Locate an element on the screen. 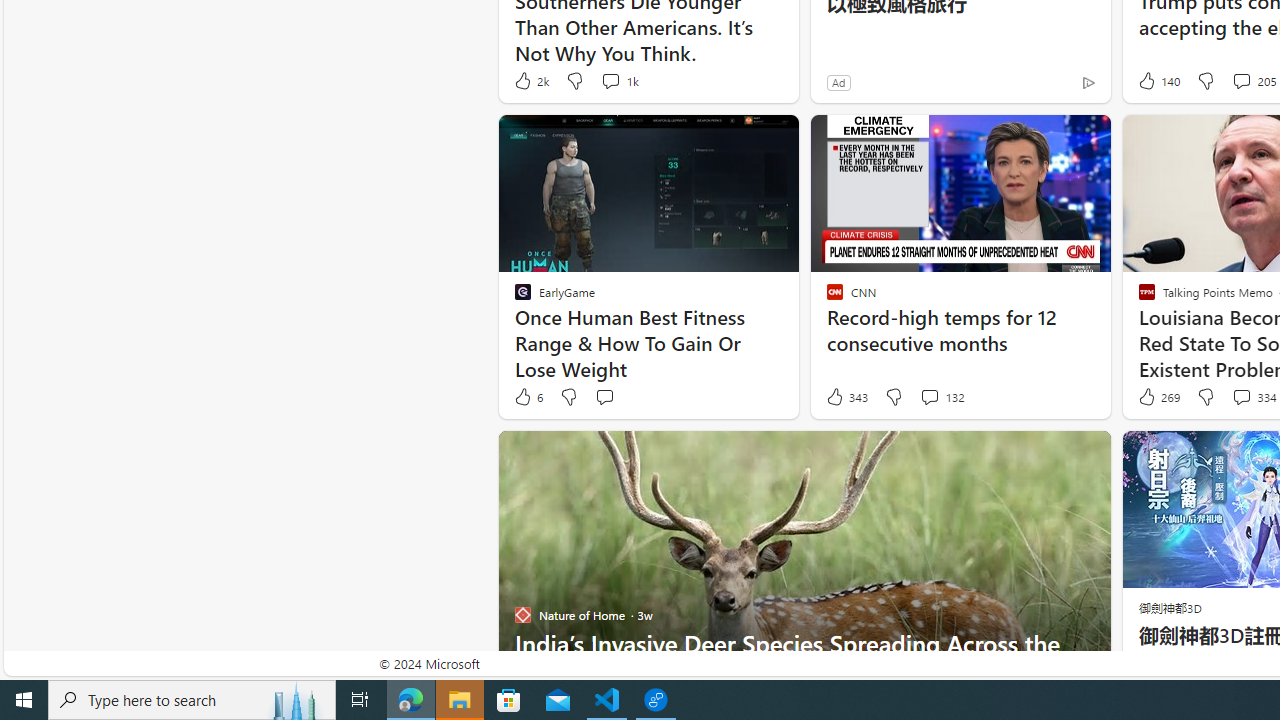 The image size is (1280, 720). 'View comments 1k Comment' is located at coordinates (617, 80).